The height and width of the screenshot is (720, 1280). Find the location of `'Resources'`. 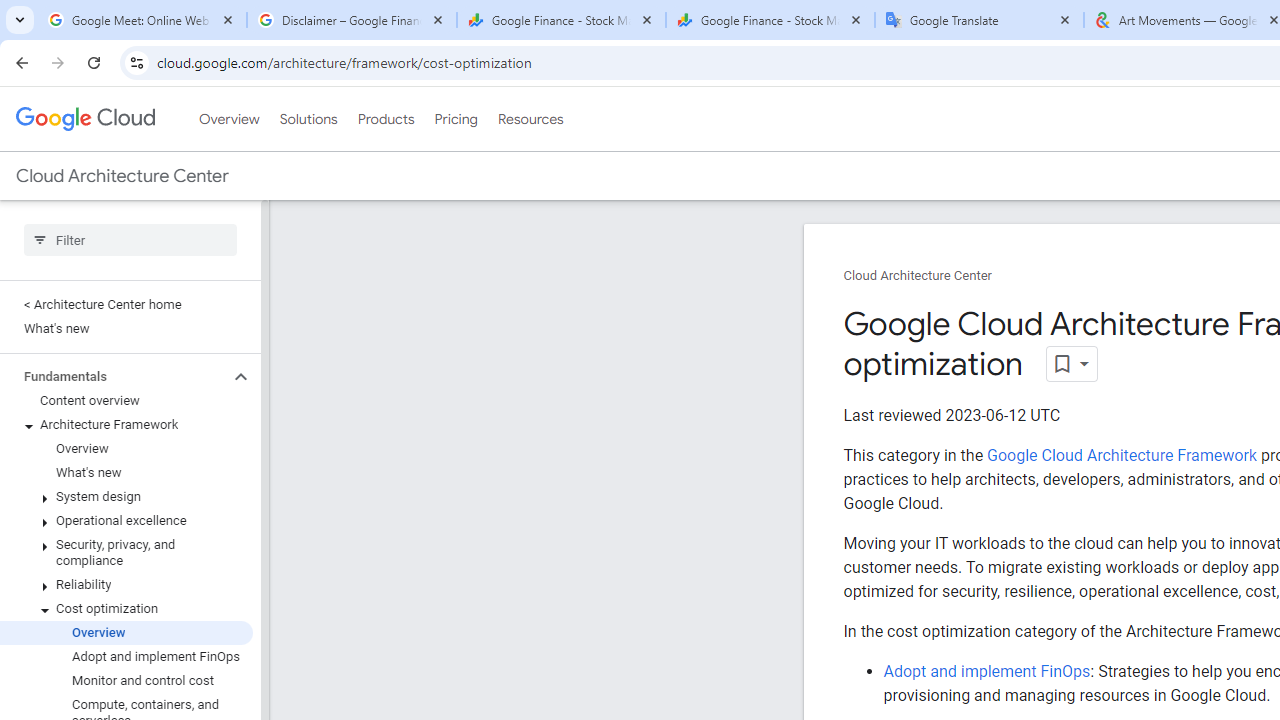

'Resources' is located at coordinates (530, 119).